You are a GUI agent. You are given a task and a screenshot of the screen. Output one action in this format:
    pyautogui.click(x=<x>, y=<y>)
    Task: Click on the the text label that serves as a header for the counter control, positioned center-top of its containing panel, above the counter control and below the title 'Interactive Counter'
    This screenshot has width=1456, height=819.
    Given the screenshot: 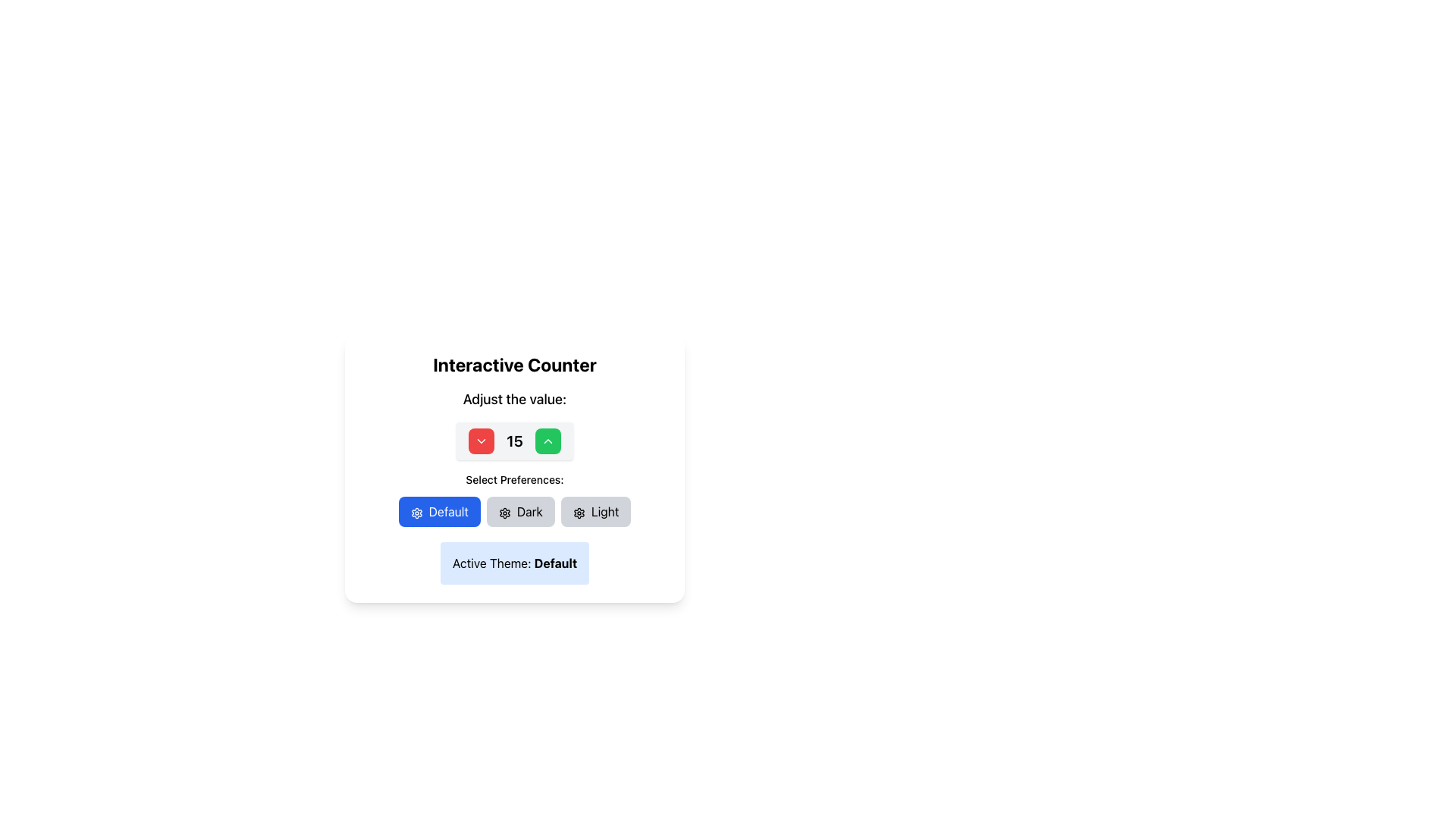 What is the action you would take?
    pyautogui.click(x=514, y=399)
    